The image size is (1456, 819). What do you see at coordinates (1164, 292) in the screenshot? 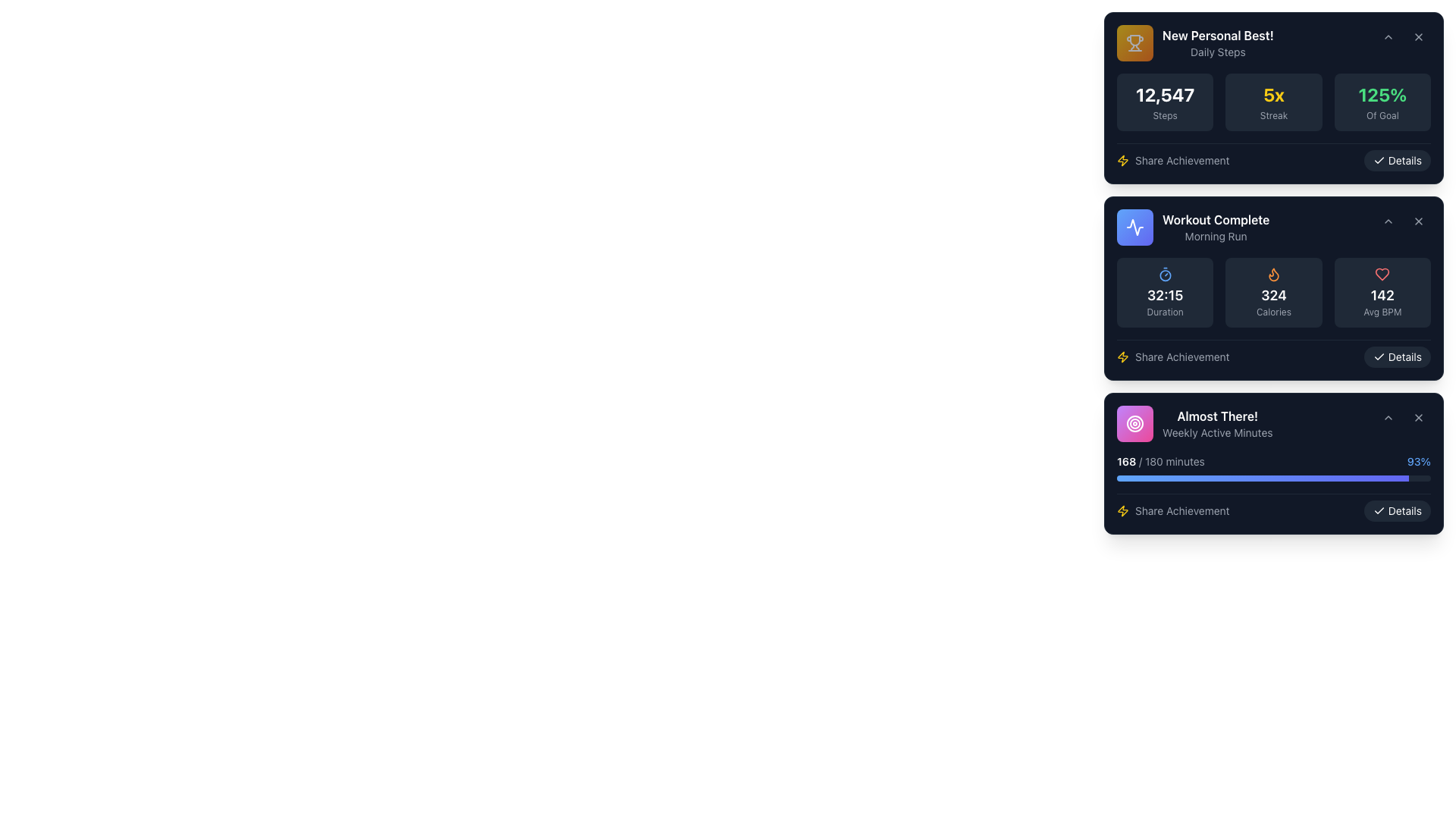
I see `the card displaying the metric '32:15' with the subheading 'Duration', which is located in the 'Workout Complete' section on the leftmost side among similar components` at bounding box center [1164, 292].